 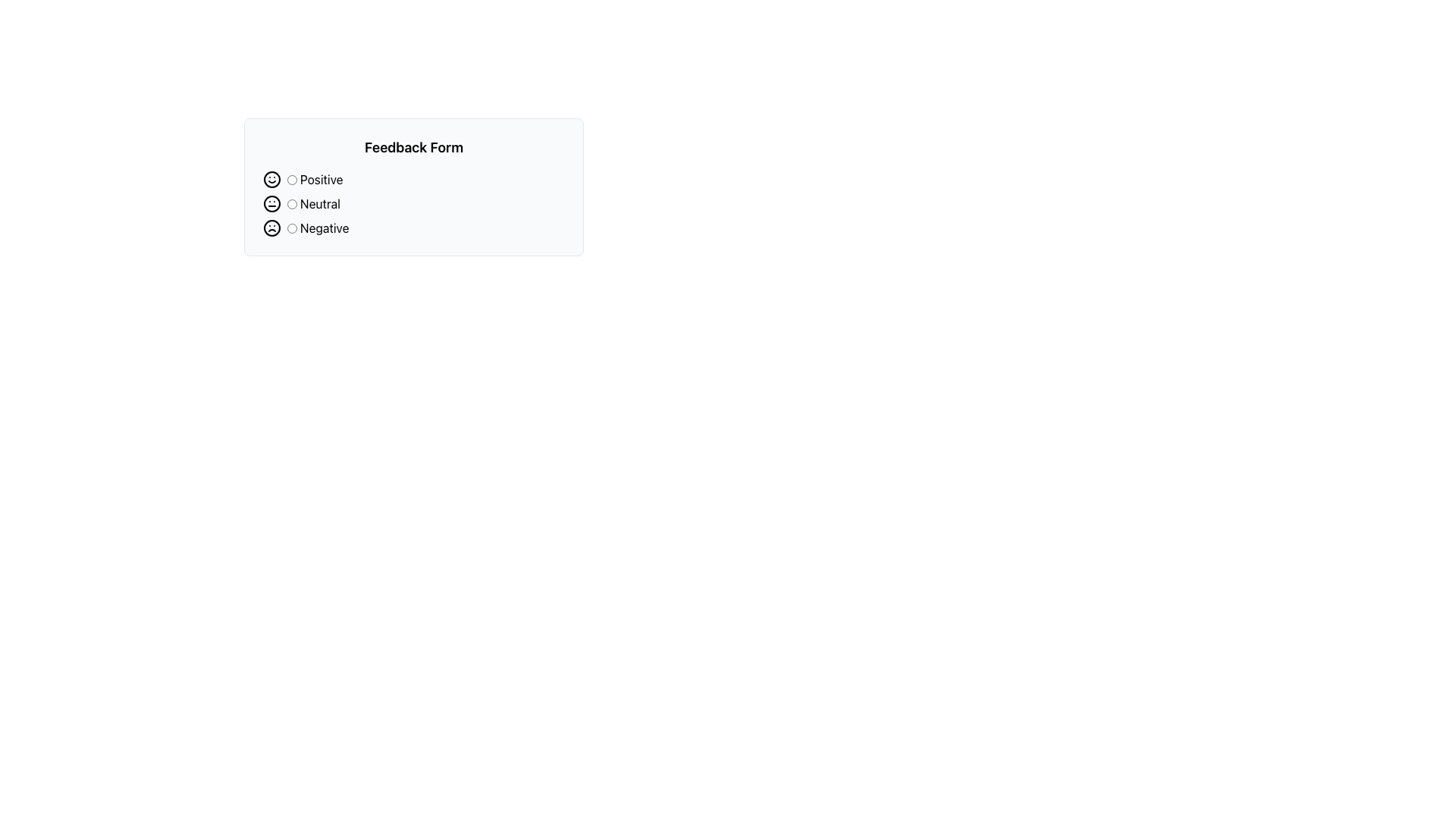 What do you see at coordinates (292, 178) in the screenshot?
I see `the first radio button labeled 'Positive'` at bounding box center [292, 178].